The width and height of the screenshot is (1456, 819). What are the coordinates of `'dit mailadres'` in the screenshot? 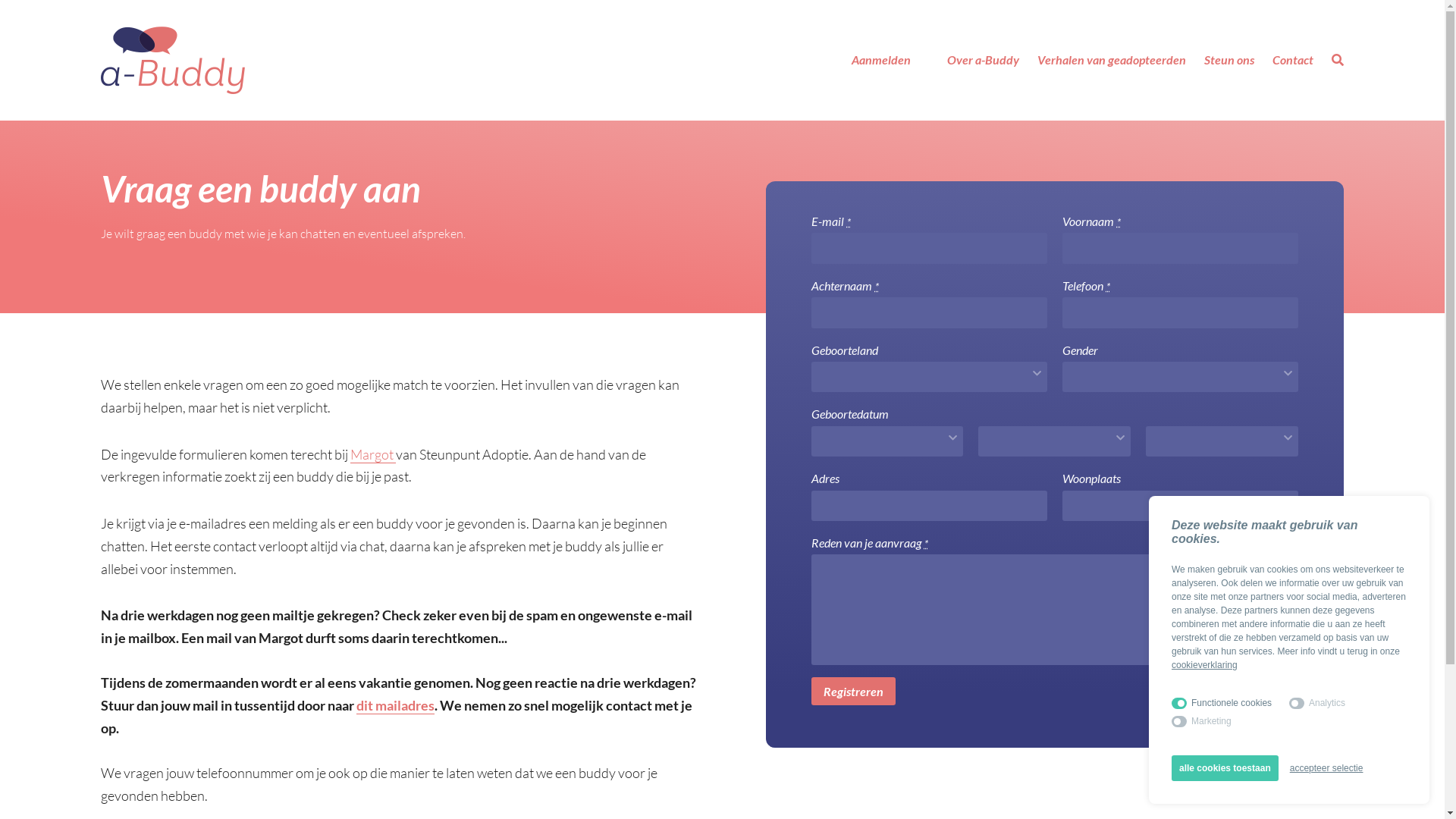 It's located at (395, 705).